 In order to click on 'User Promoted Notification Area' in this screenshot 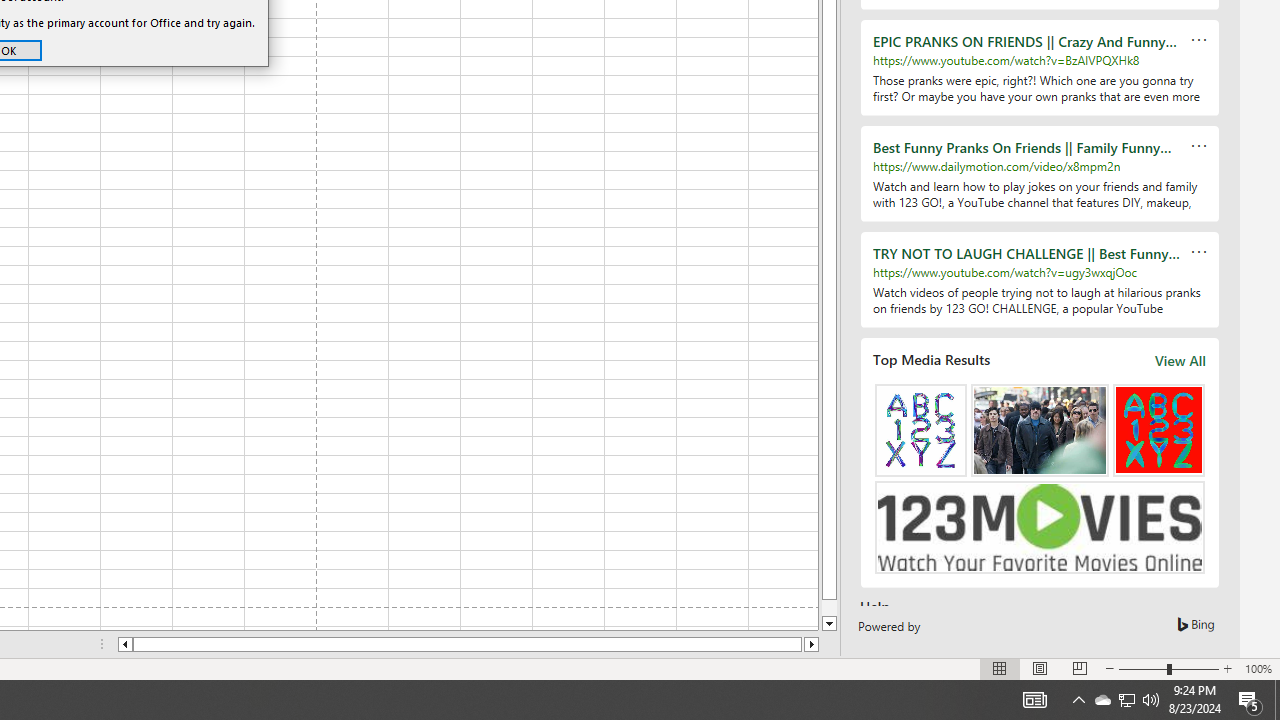, I will do `click(1127, 698)`.